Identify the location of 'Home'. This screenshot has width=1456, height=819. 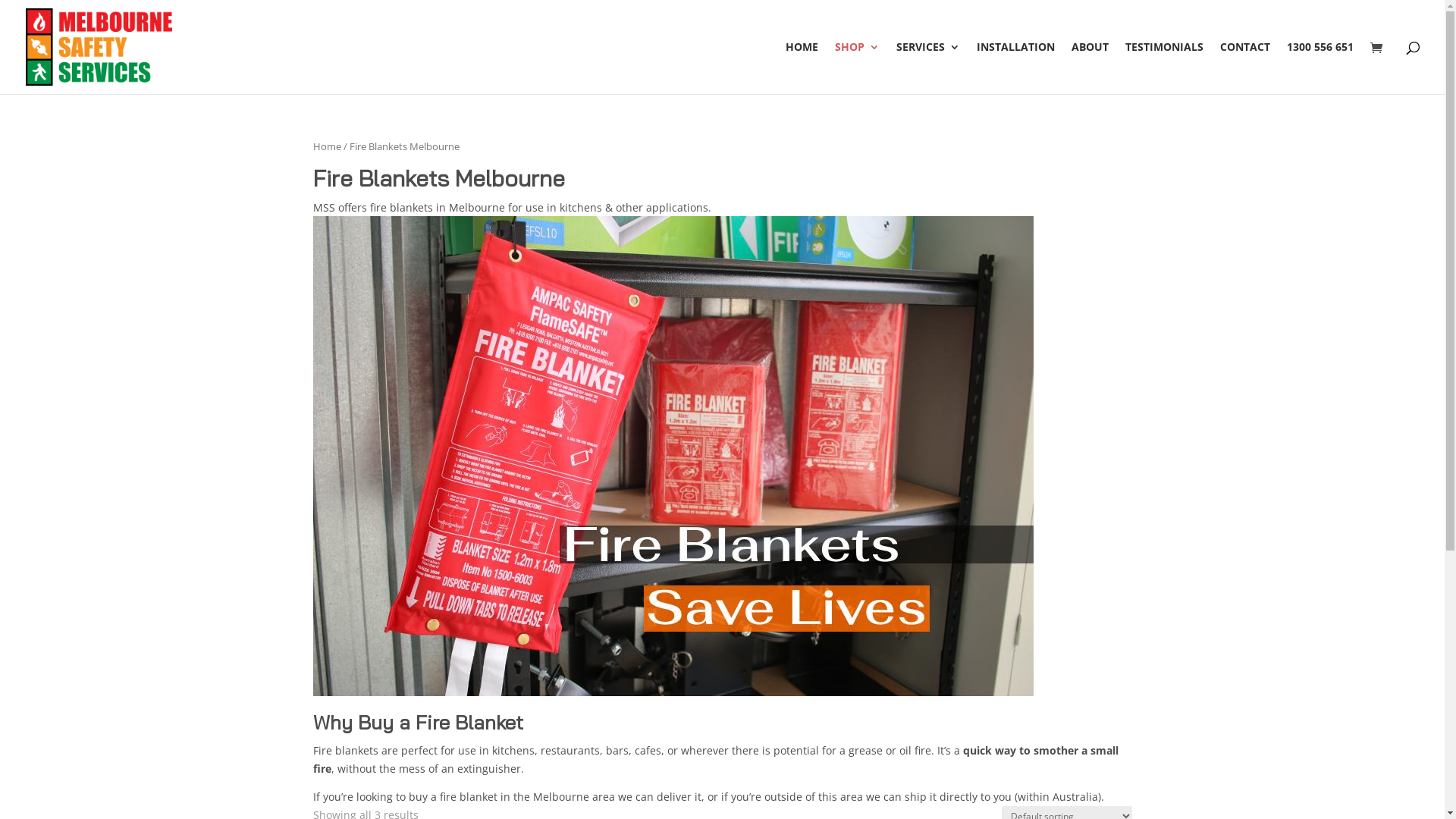
(312, 146).